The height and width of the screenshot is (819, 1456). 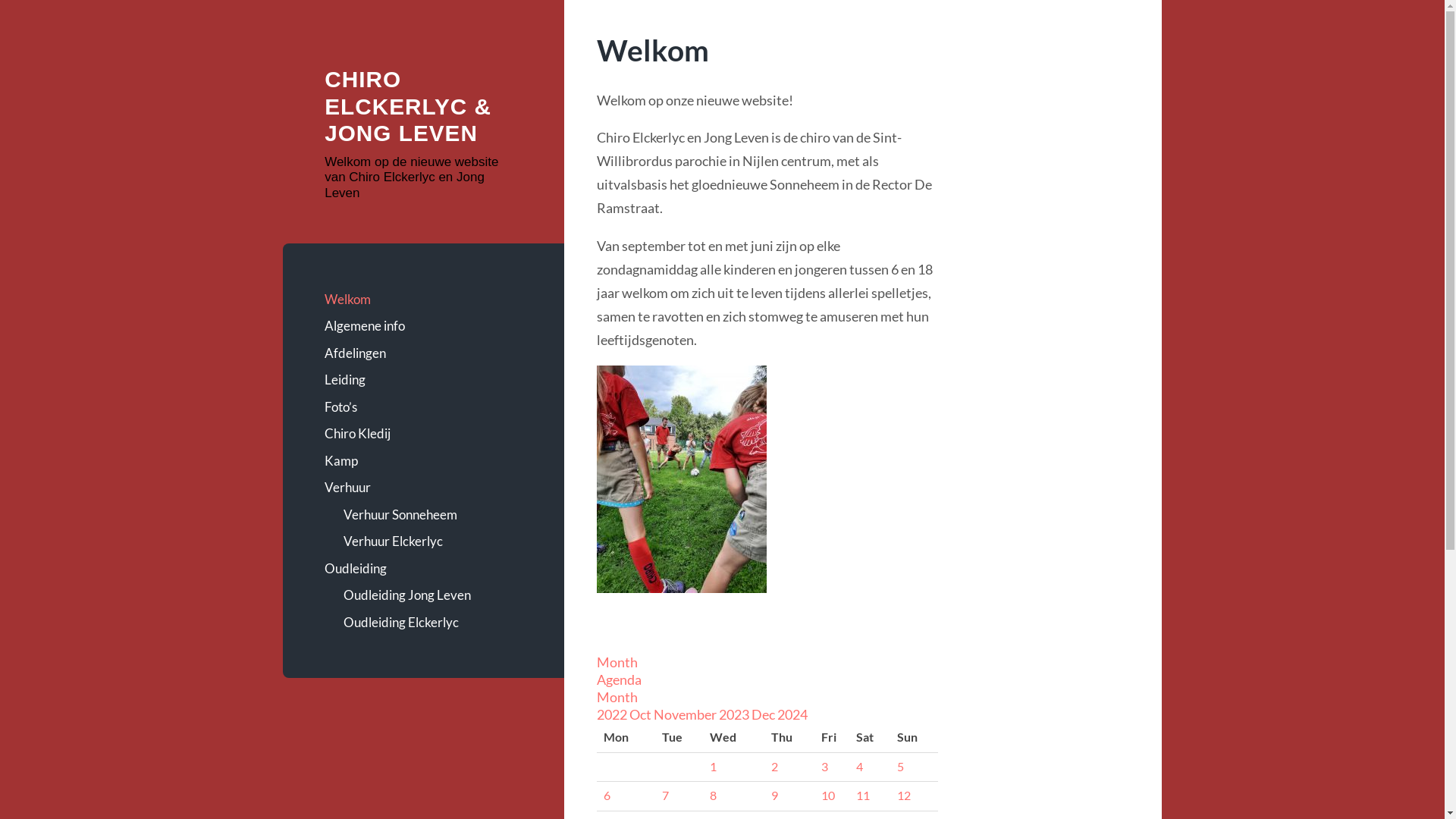 I want to click on 'Algemene info', so click(x=422, y=325).